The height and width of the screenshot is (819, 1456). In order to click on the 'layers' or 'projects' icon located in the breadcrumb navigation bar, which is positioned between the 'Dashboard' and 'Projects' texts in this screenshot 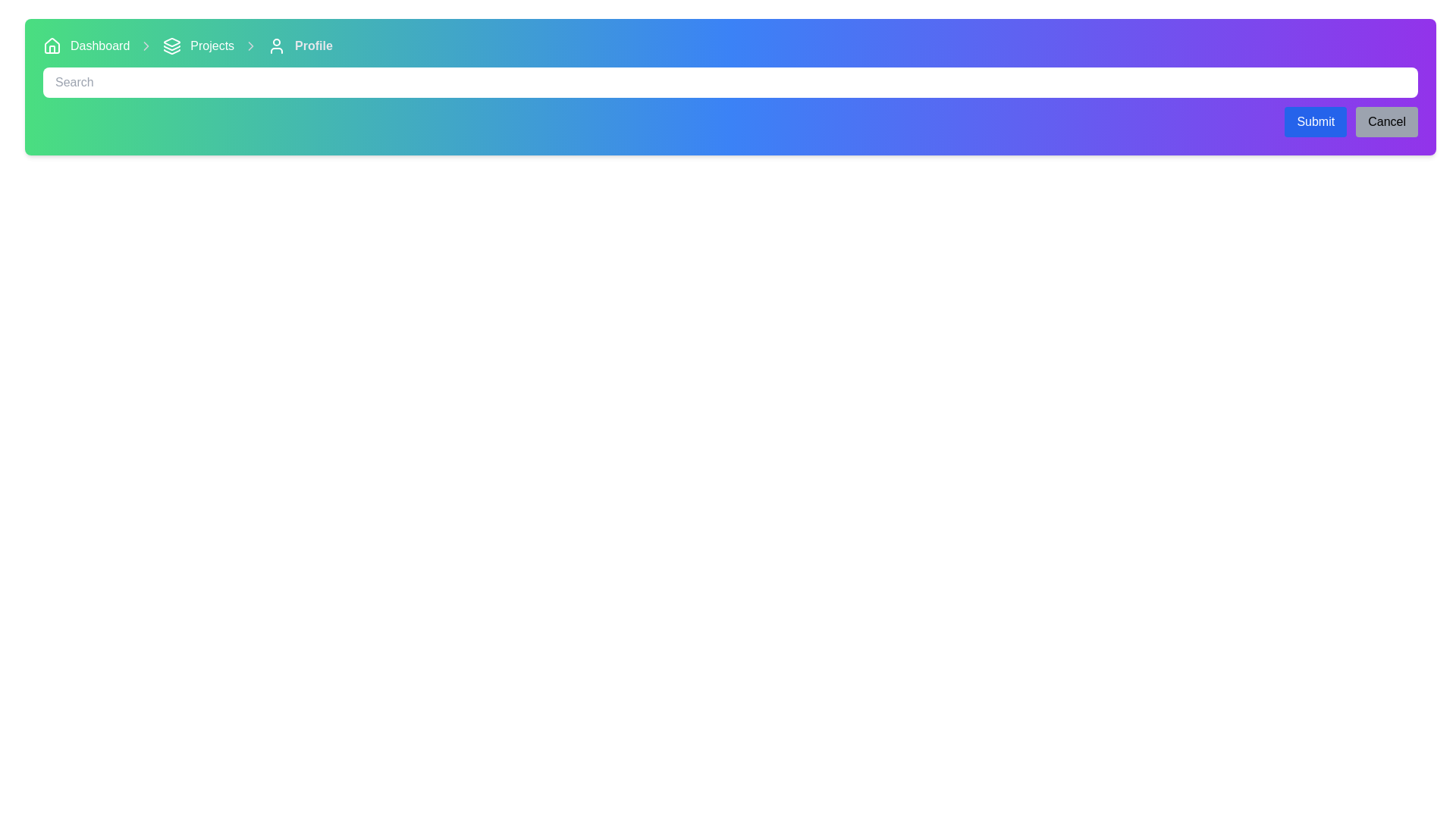, I will do `click(172, 45)`.